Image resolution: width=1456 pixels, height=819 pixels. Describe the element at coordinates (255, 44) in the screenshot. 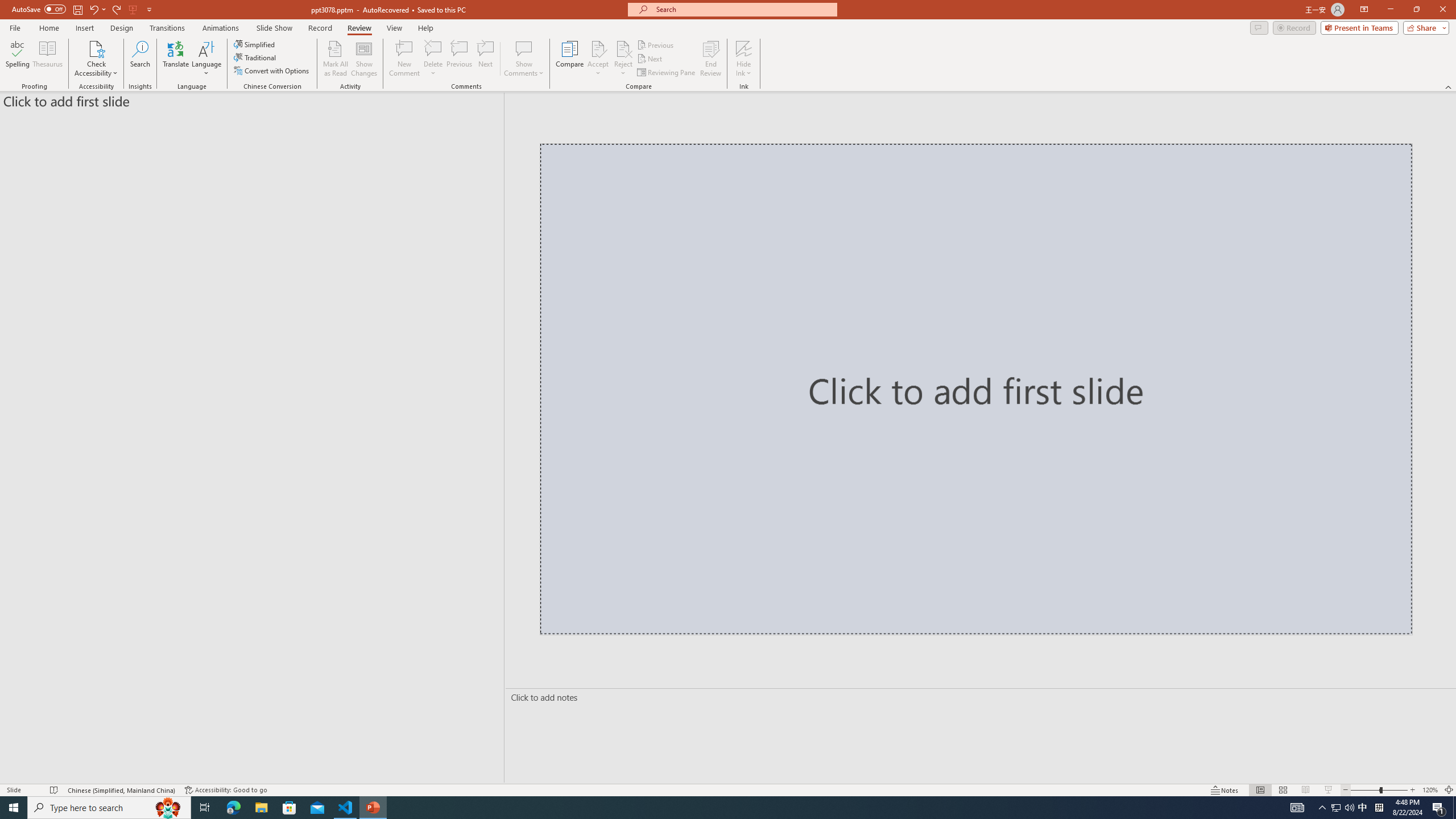

I see `'Simplified'` at that location.